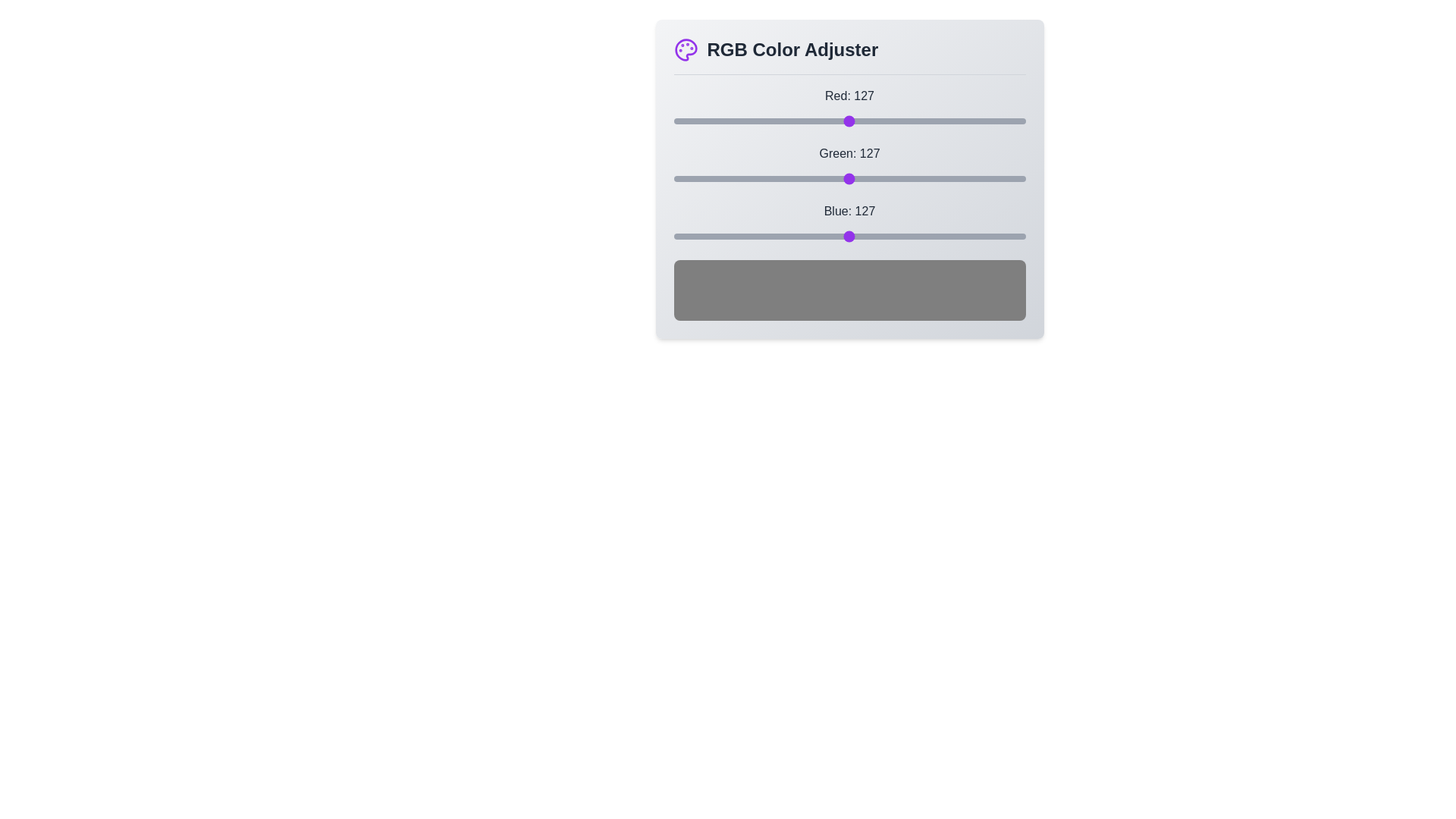 This screenshot has height=819, width=1456. Describe the element at coordinates (824, 120) in the screenshot. I see `the red slider to set the red component to 110` at that location.